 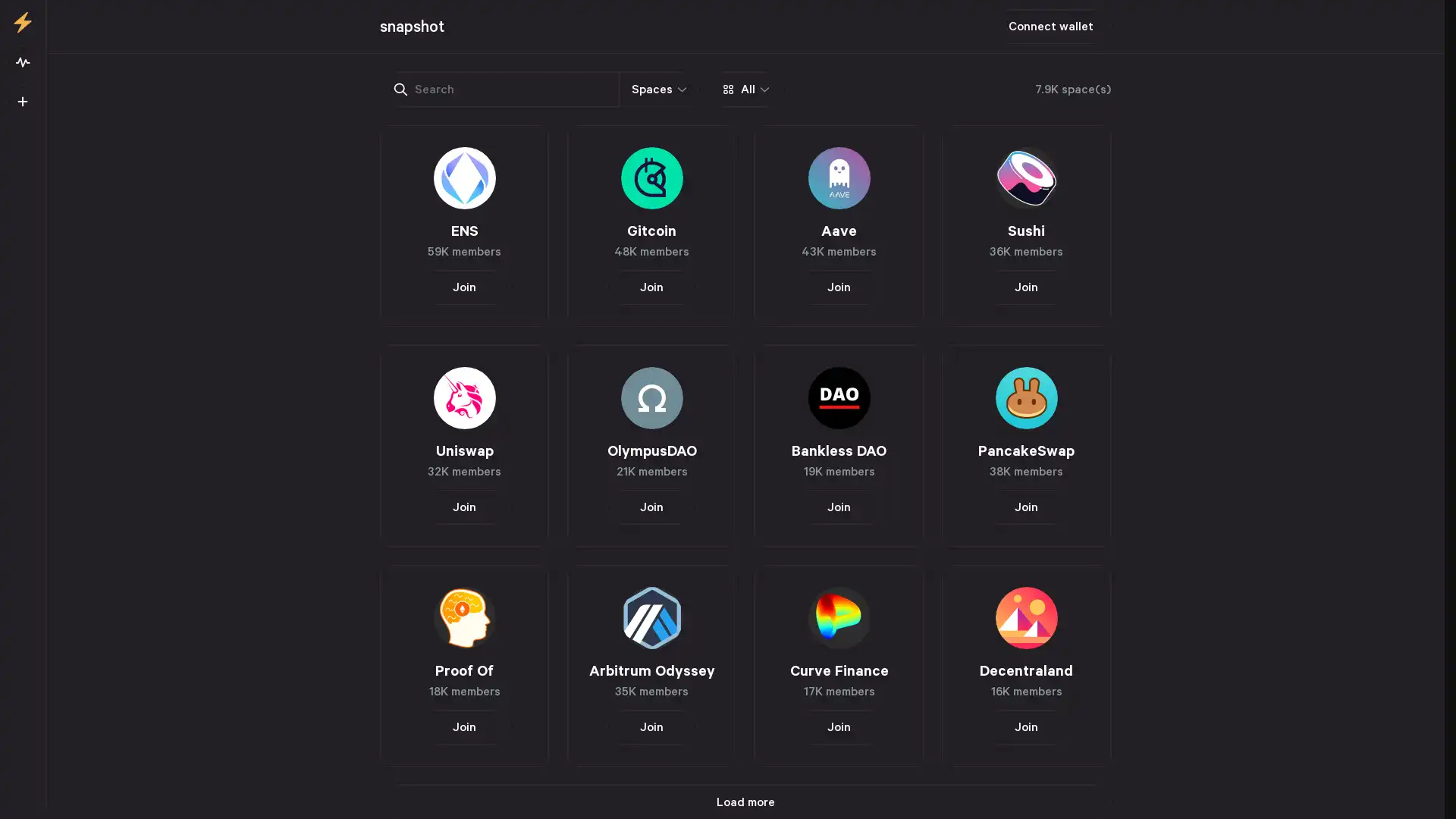 I want to click on Join, so click(x=463, y=287).